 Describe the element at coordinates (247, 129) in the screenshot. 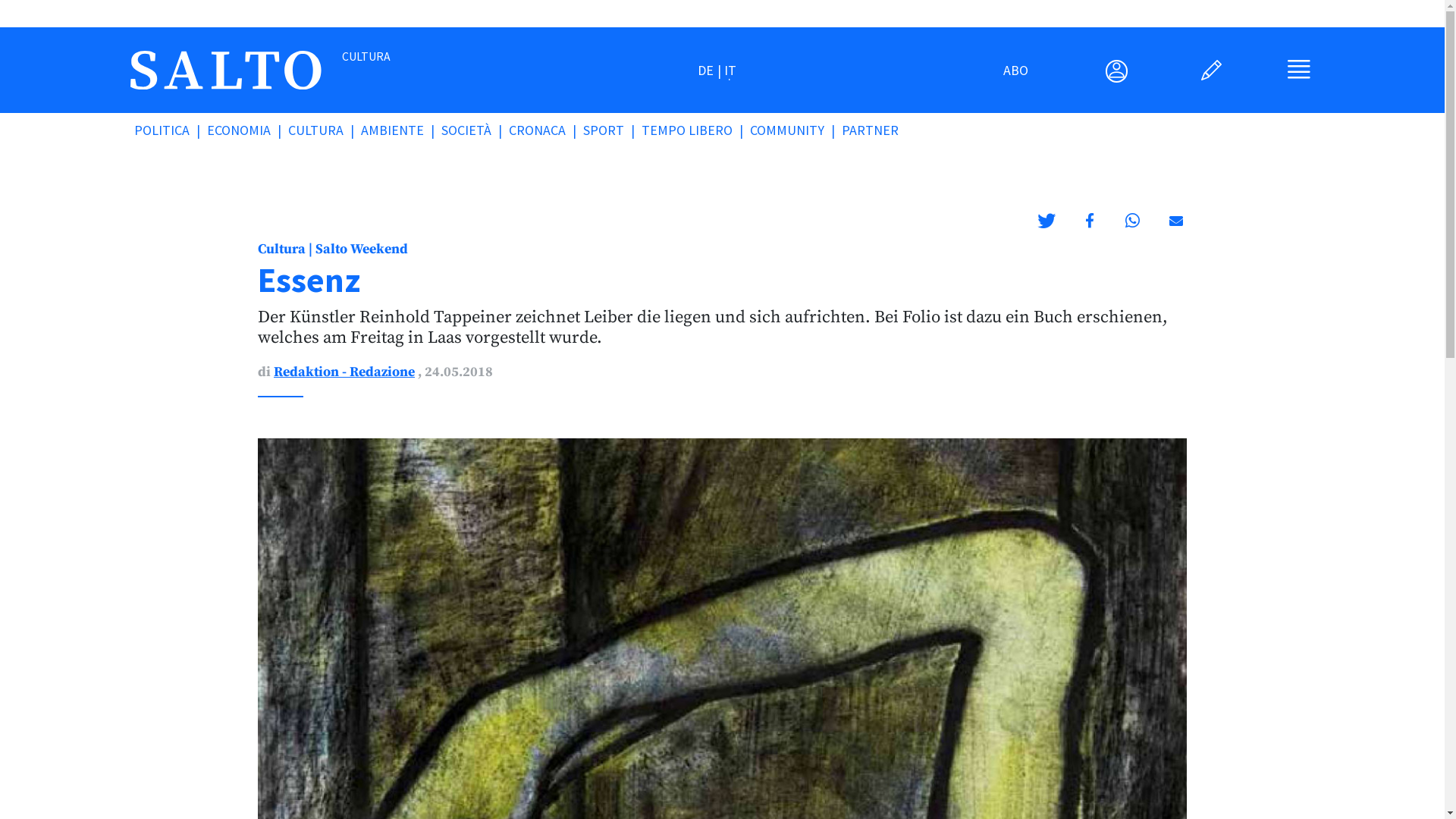

I see `'ECONOMIA'` at that location.